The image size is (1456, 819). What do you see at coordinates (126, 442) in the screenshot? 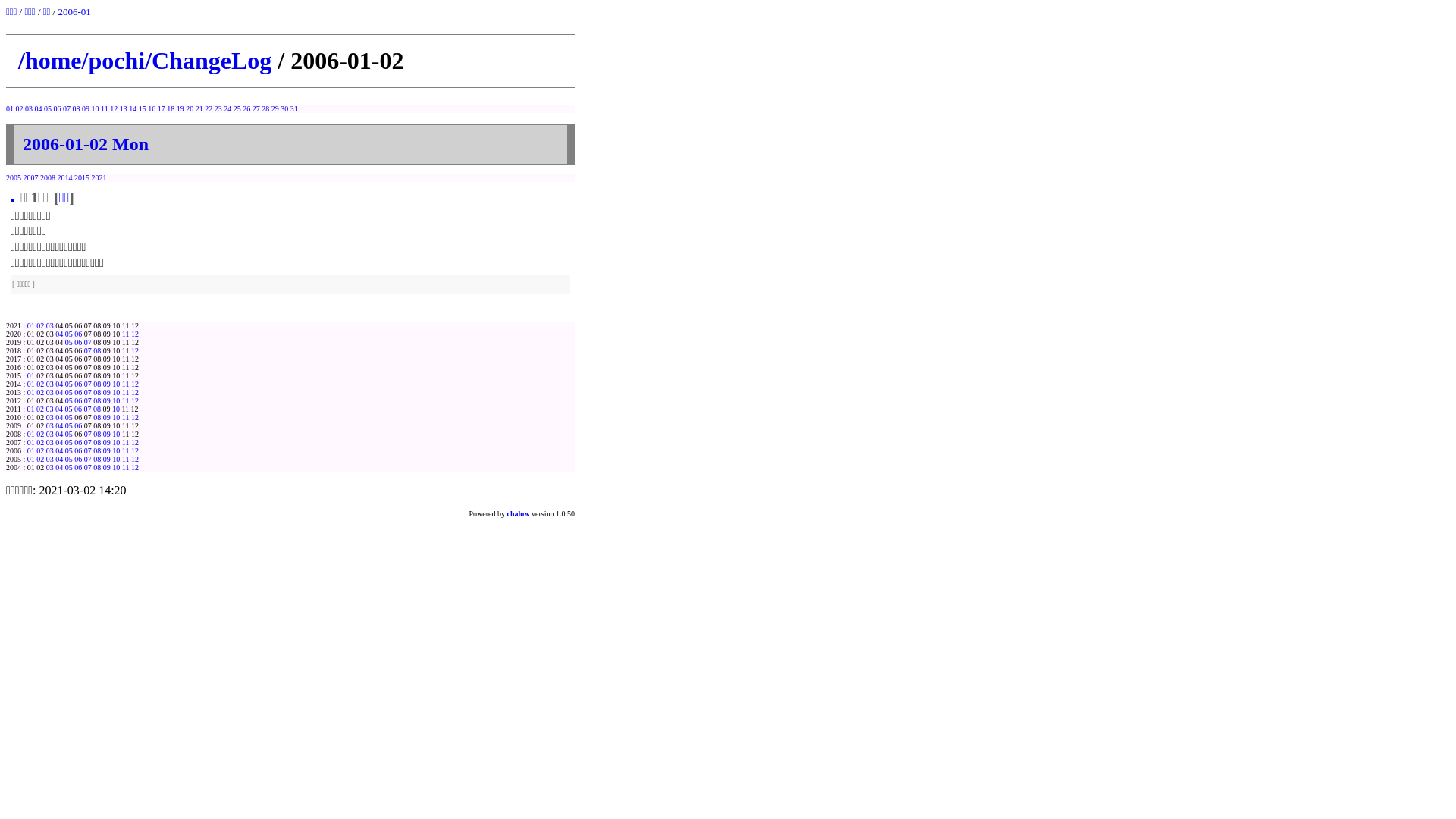
I see `'11'` at bounding box center [126, 442].